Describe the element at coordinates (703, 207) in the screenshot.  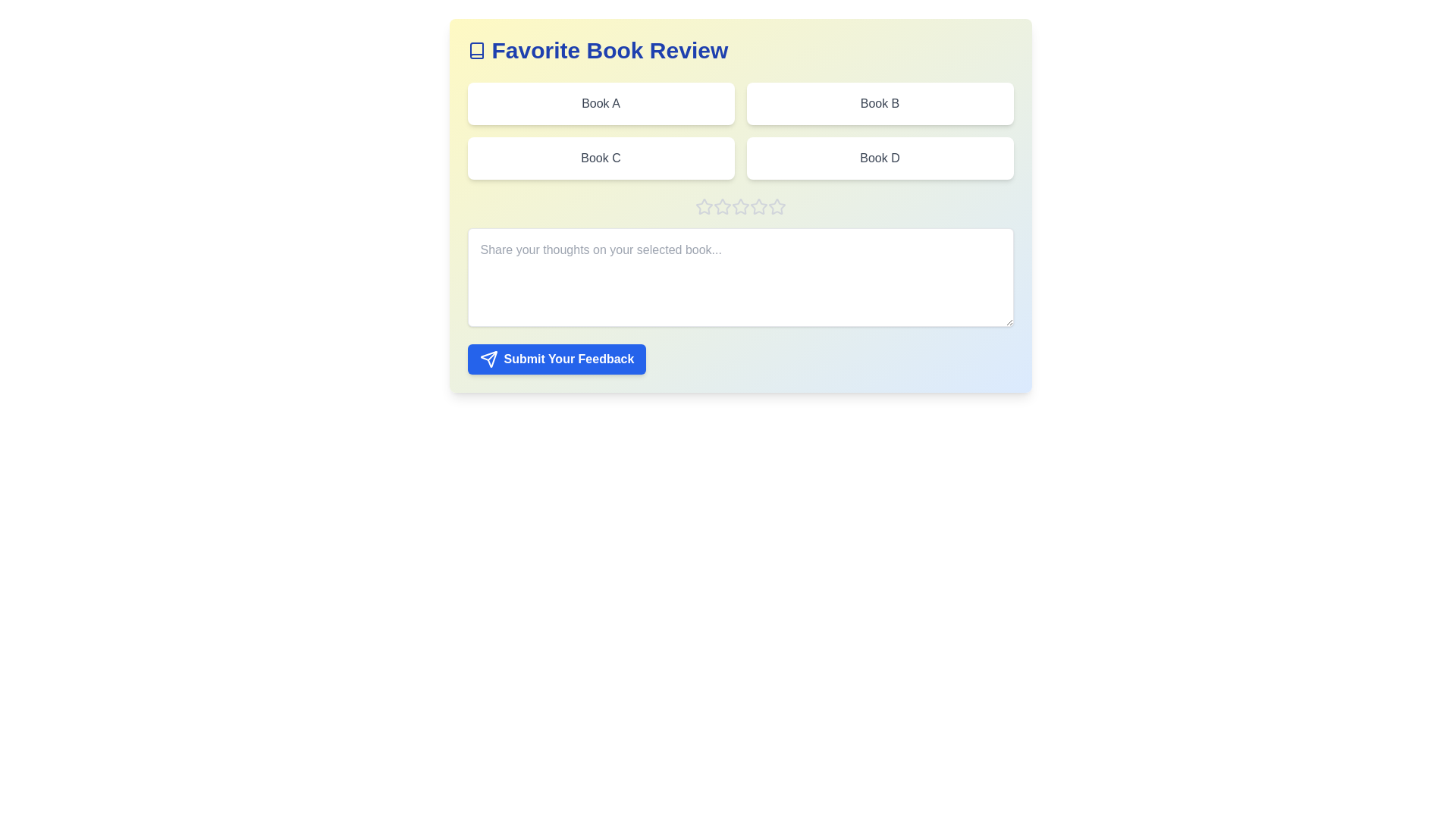
I see `the book rating to 1 stars` at that location.